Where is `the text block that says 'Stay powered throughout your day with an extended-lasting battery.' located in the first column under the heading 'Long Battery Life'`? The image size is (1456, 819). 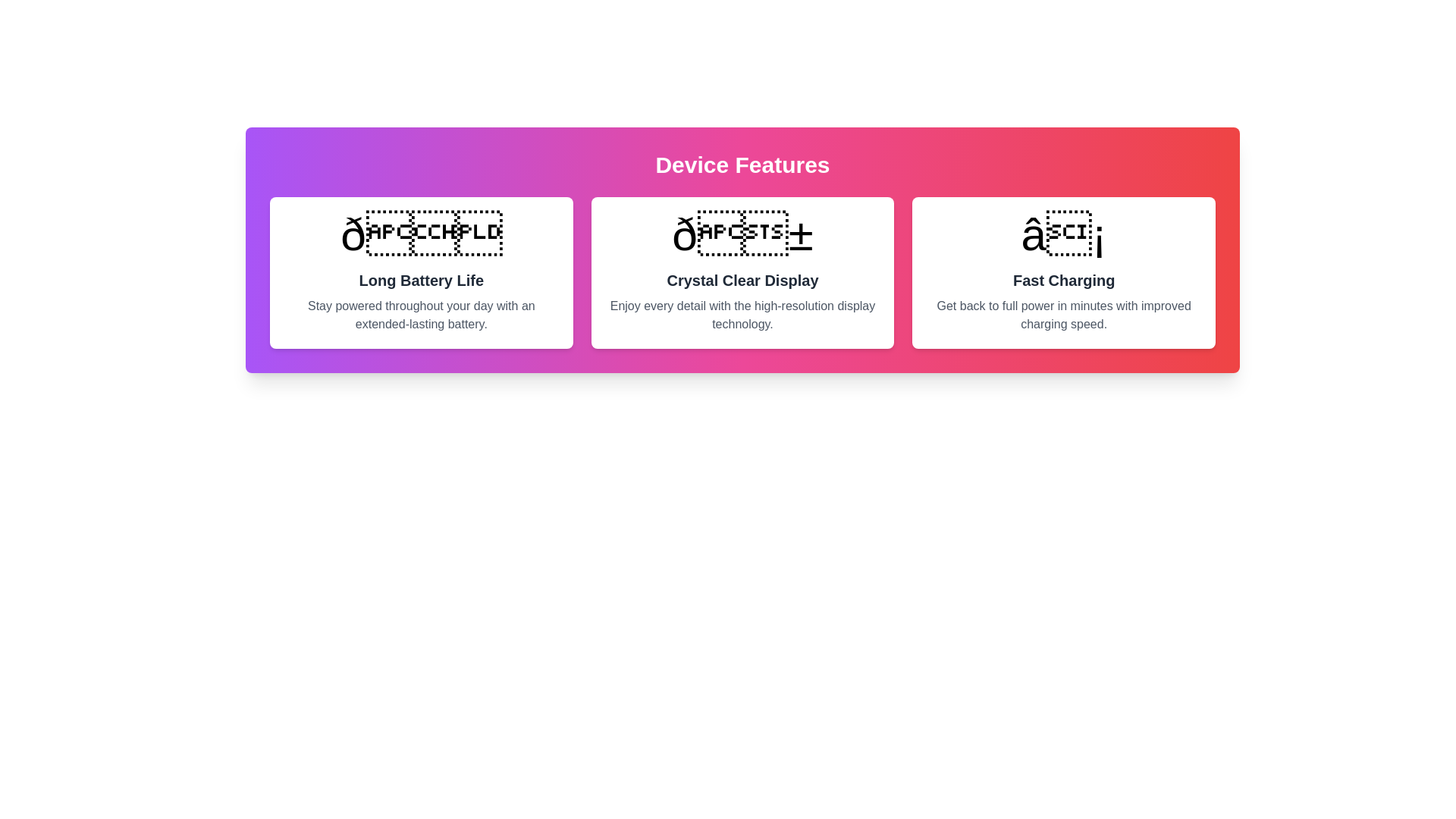
the text block that says 'Stay powered throughout your day with an extended-lasting battery.' located in the first column under the heading 'Long Battery Life' is located at coordinates (421, 315).